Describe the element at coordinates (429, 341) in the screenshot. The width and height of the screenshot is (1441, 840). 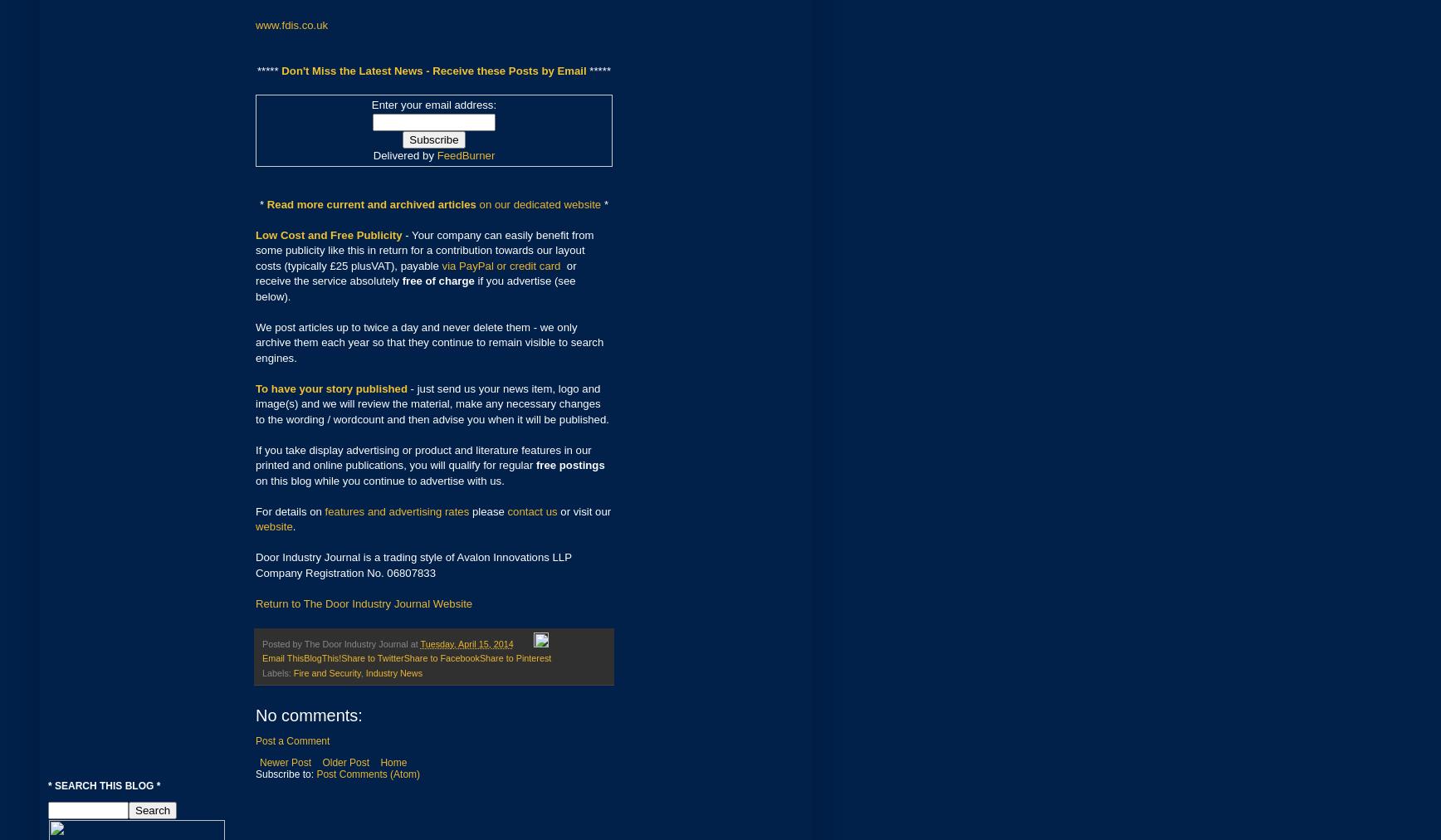
I see `'We post articles up to twice a day and never delete them - we only archive them each year so that they continue to remain visible to search engines.'` at that location.